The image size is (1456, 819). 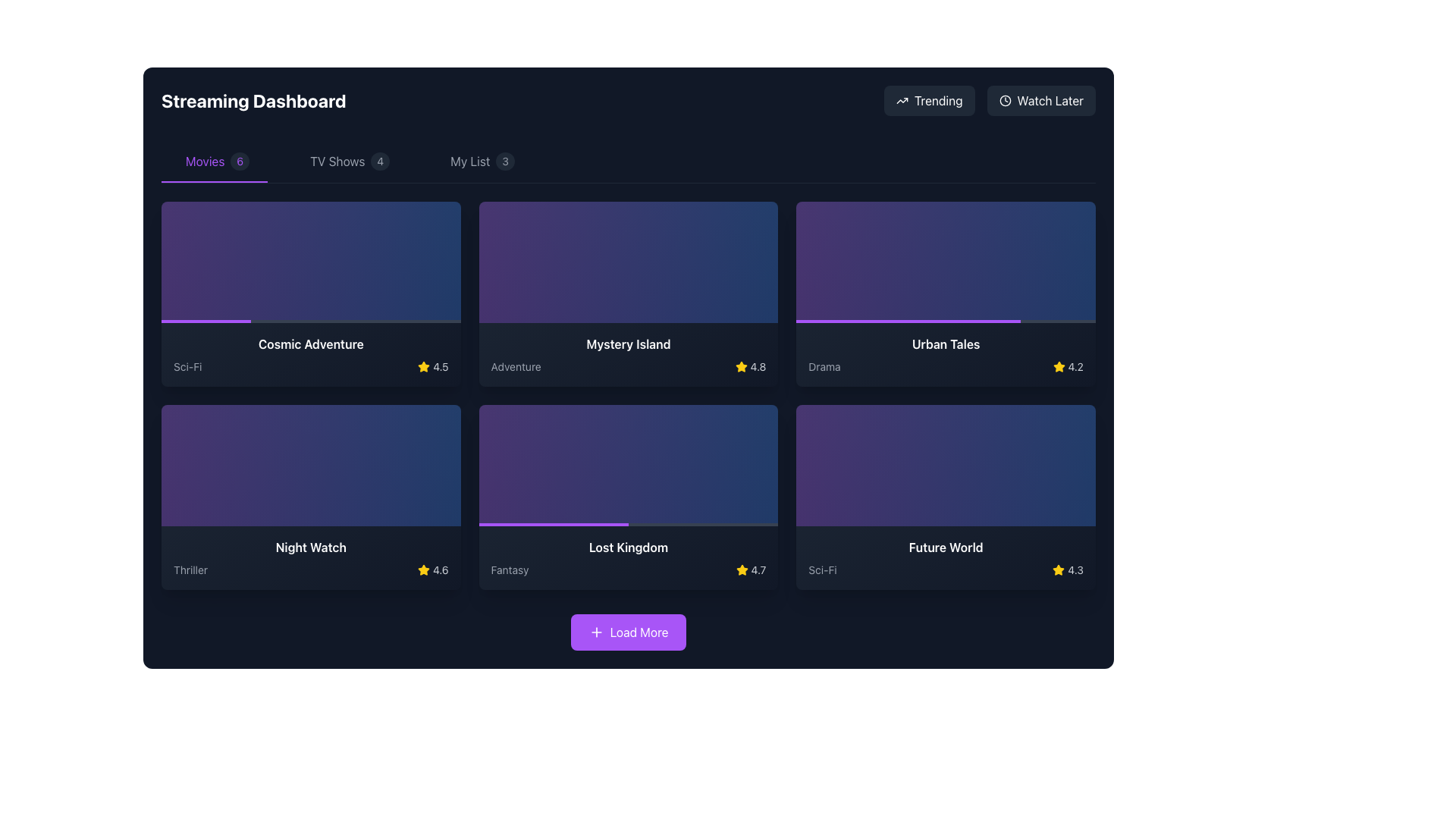 What do you see at coordinates (629, 632) in the screenshot?
I see `the 'Load More' button, which is a vibrant purple rectangular button with rounded corners located at the bottom center of the interface` at bounding box center [629, 632].